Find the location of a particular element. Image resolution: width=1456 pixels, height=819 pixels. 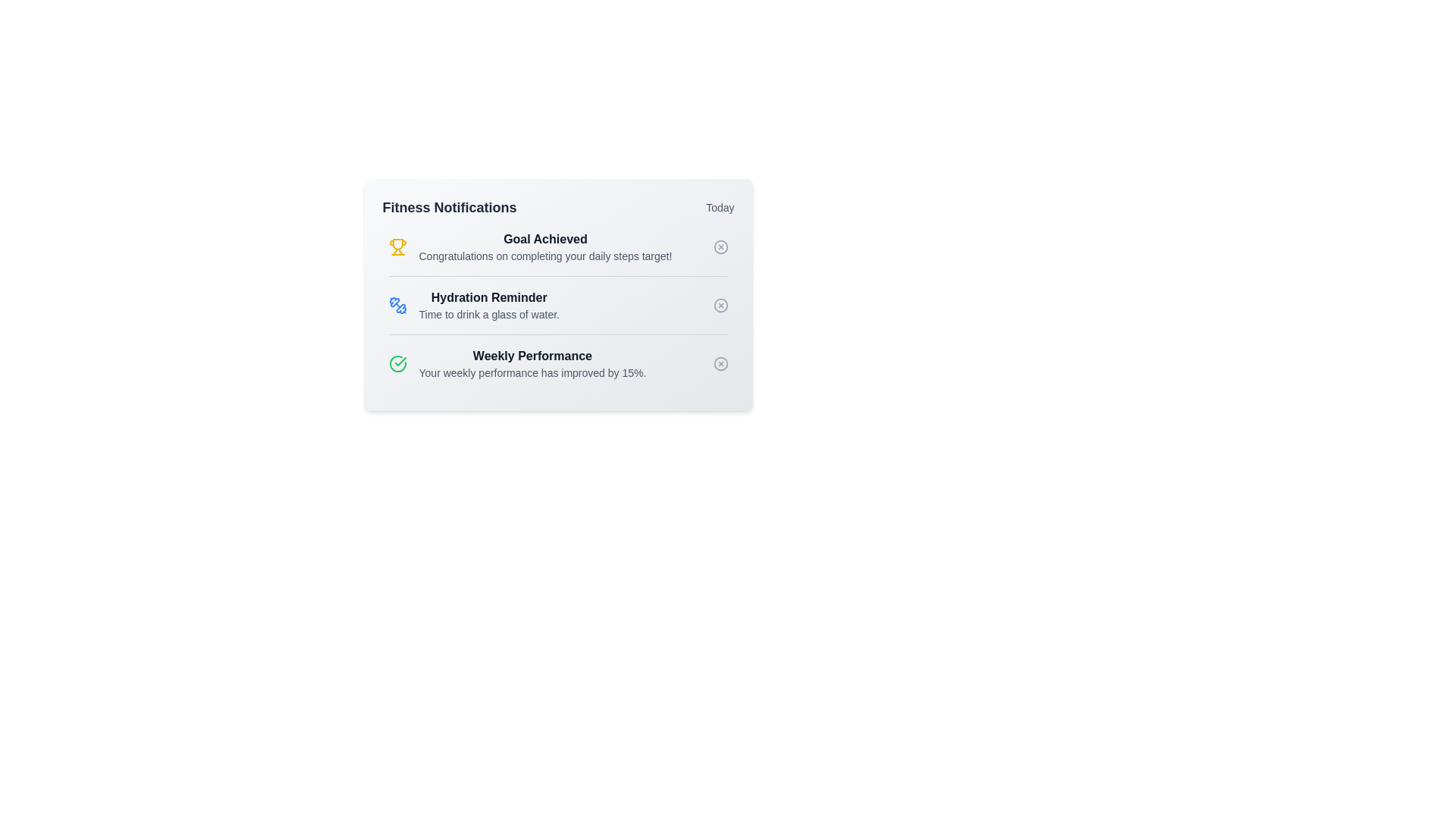

the congratulatory message that acknowledges the user for completing their daily steps target, which is located in the first notification block under 'Fitness Notifications', below the header 'Goal Achieved' is located at coordinates (545, 256).